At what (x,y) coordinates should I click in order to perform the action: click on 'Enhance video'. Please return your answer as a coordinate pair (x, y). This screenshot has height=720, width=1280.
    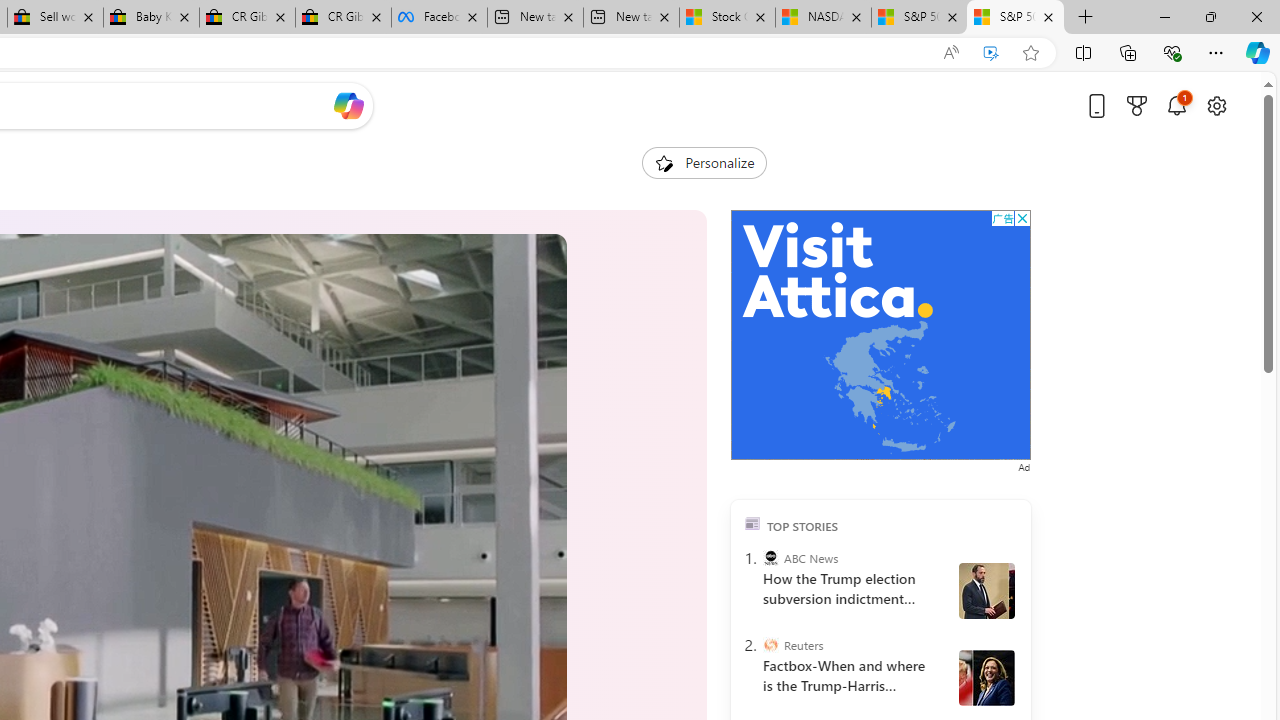
    Looking at the image, I should click on (991, 52).